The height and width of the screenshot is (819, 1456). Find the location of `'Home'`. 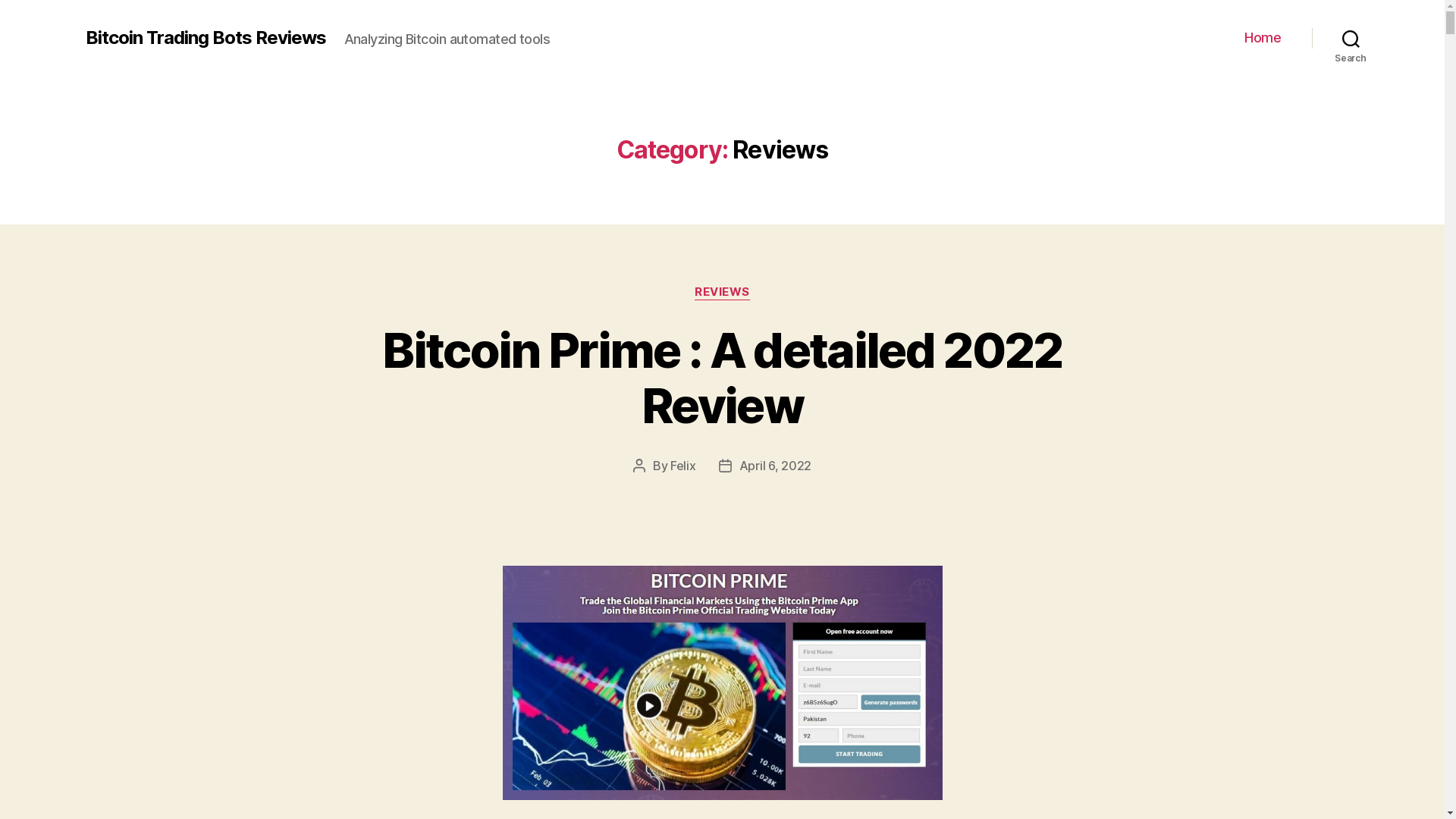

'Home' is located at coordinates (1263, 37).